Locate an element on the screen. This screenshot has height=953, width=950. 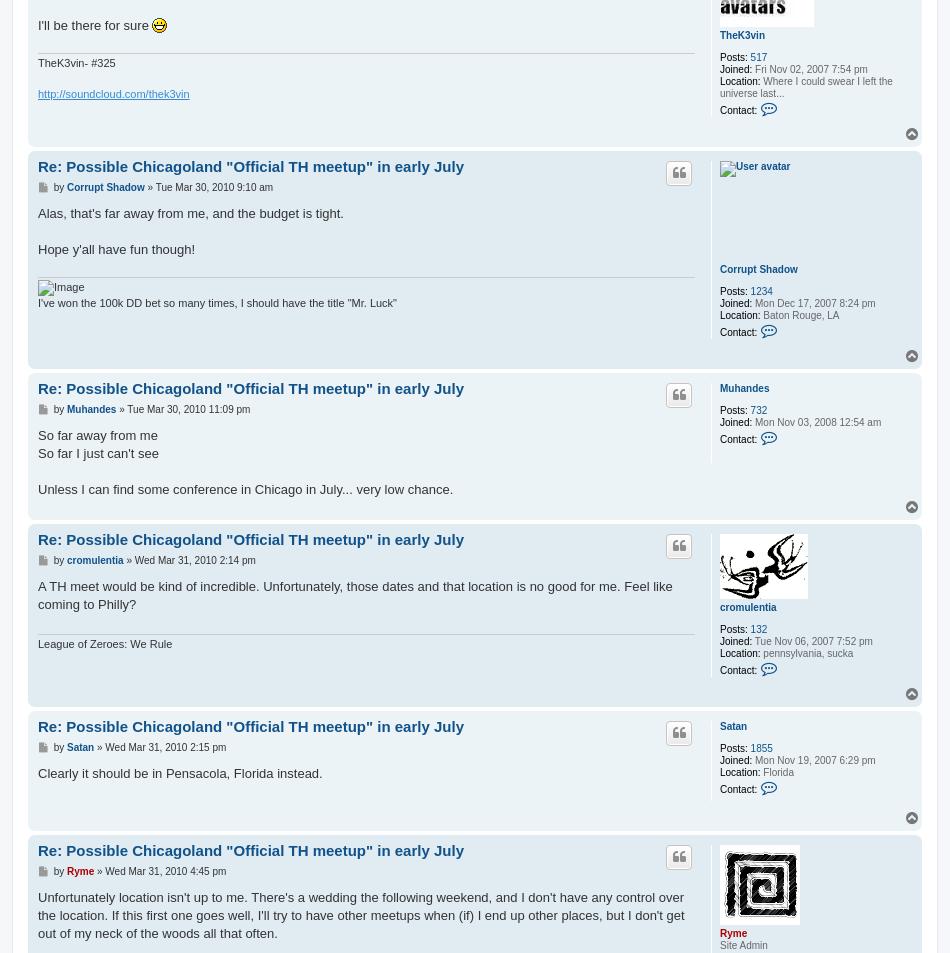
'732' is located at coordinates (749, 409).